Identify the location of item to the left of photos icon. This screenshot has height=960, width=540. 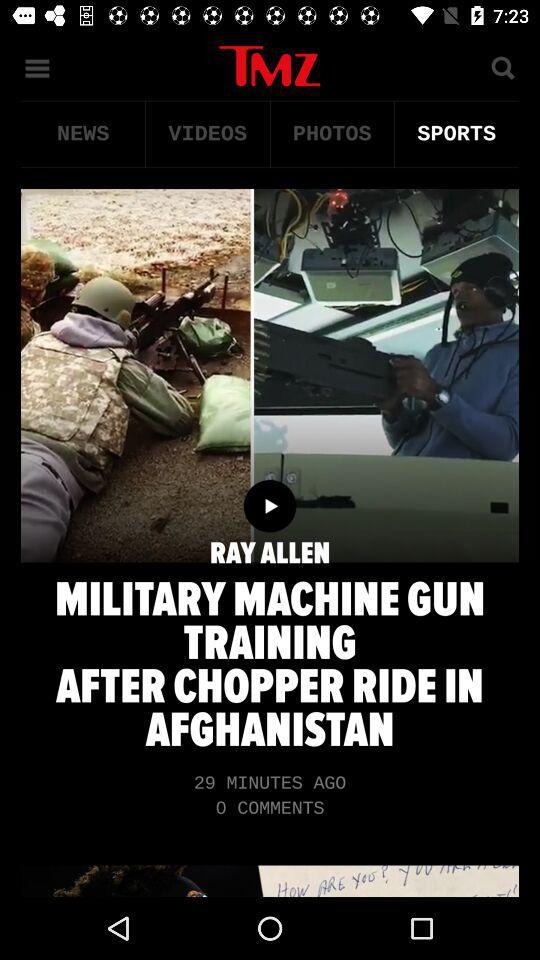
(206, 133).